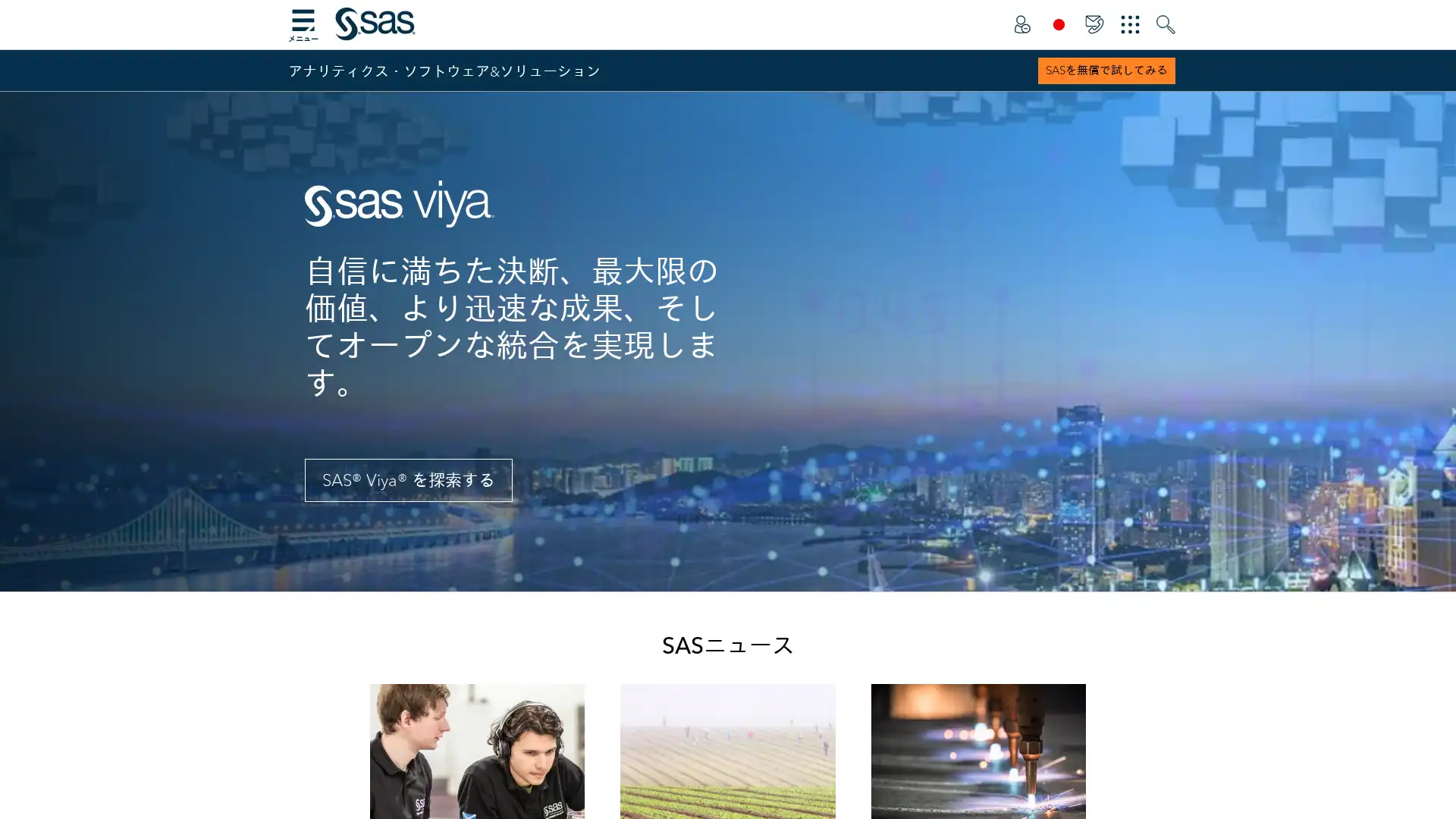 The width and height of the screenshot is (1456, 819). I want to click on Sign In, so click(1021, 24).